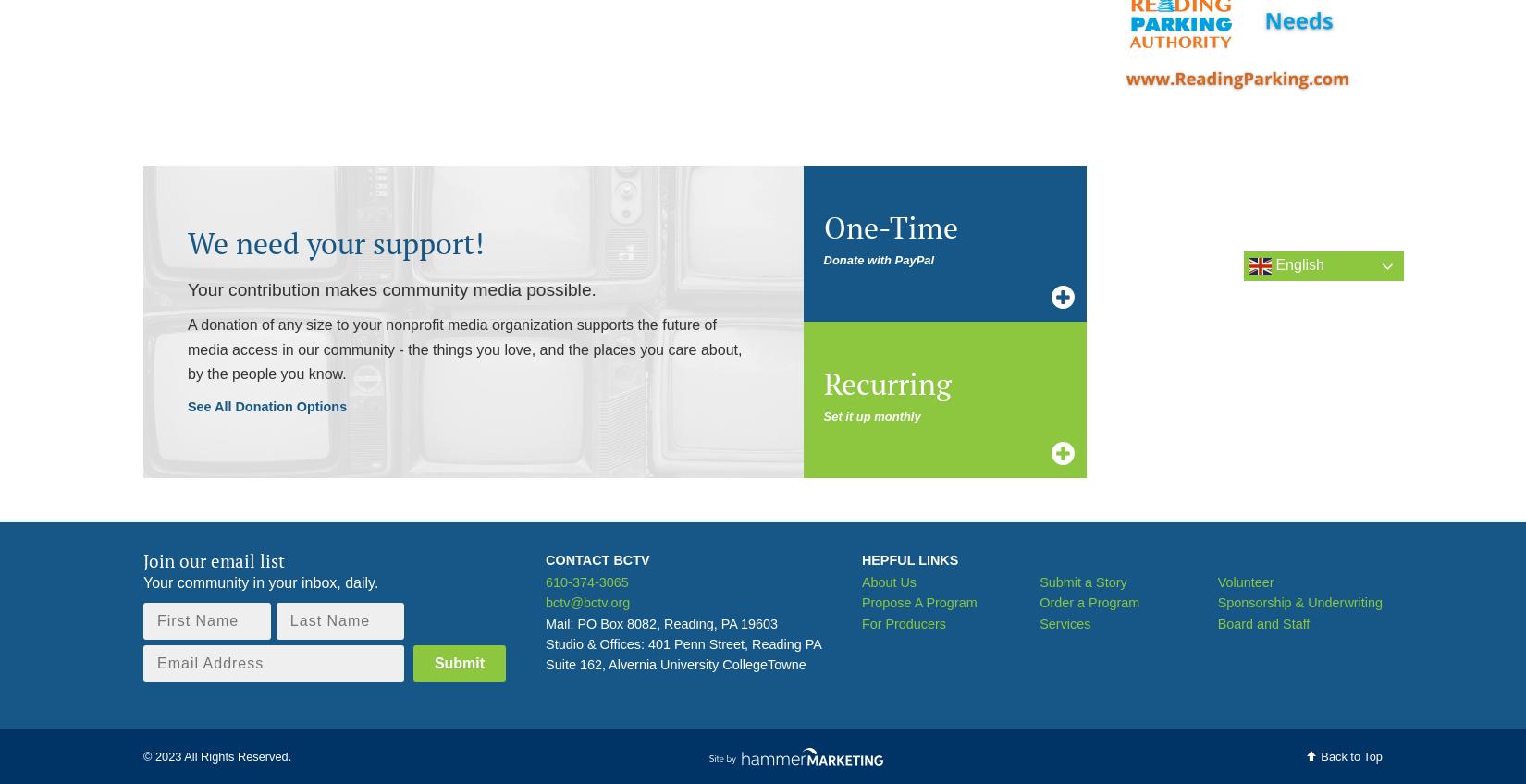  I want to click on 'Sponsorship & Underwriting', so click(1298, 602).